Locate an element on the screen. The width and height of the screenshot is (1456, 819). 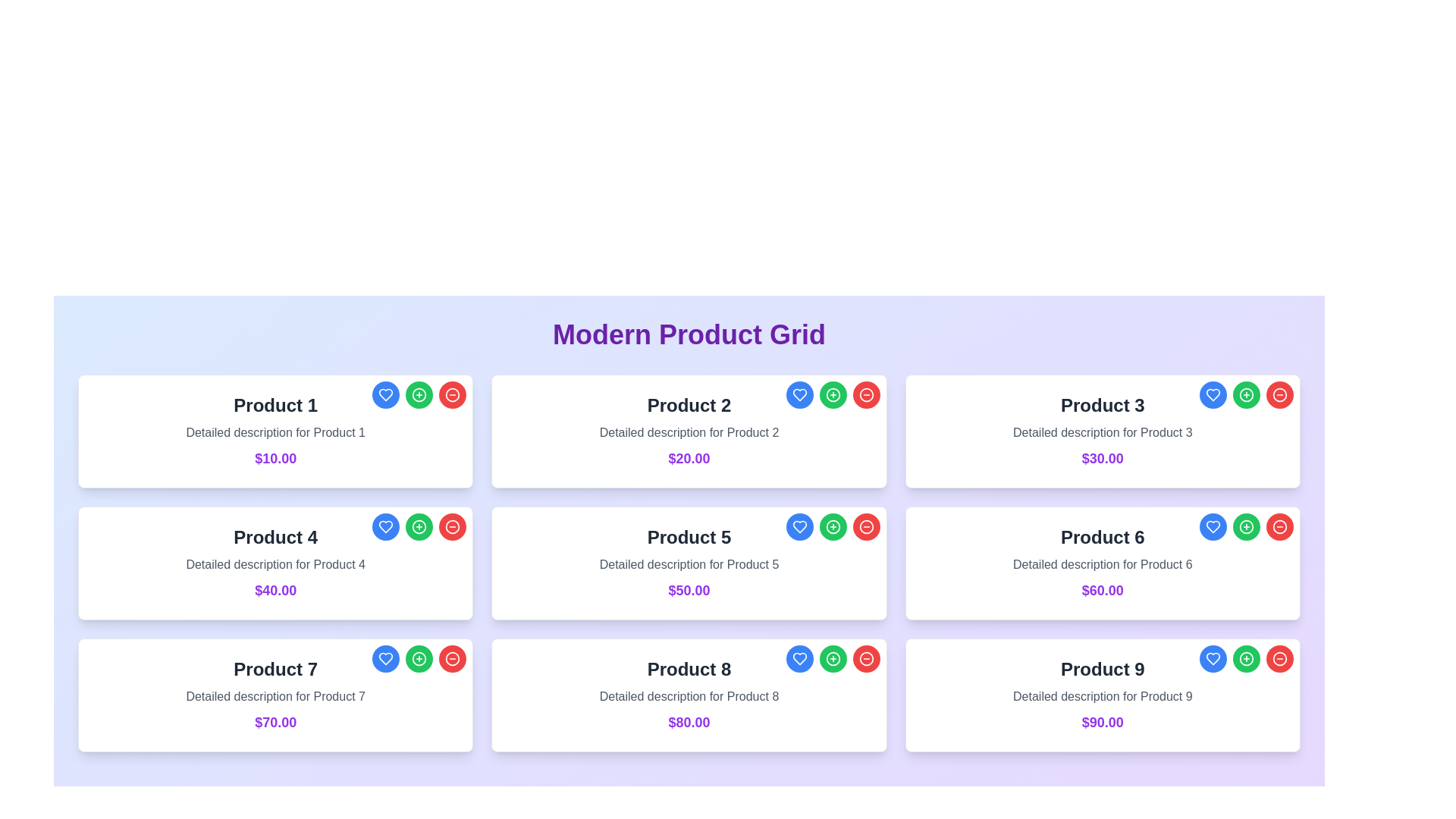
the green circular button with a plus sign, which is the second button in a row of three buttons is located at coordinates (1246, 526).